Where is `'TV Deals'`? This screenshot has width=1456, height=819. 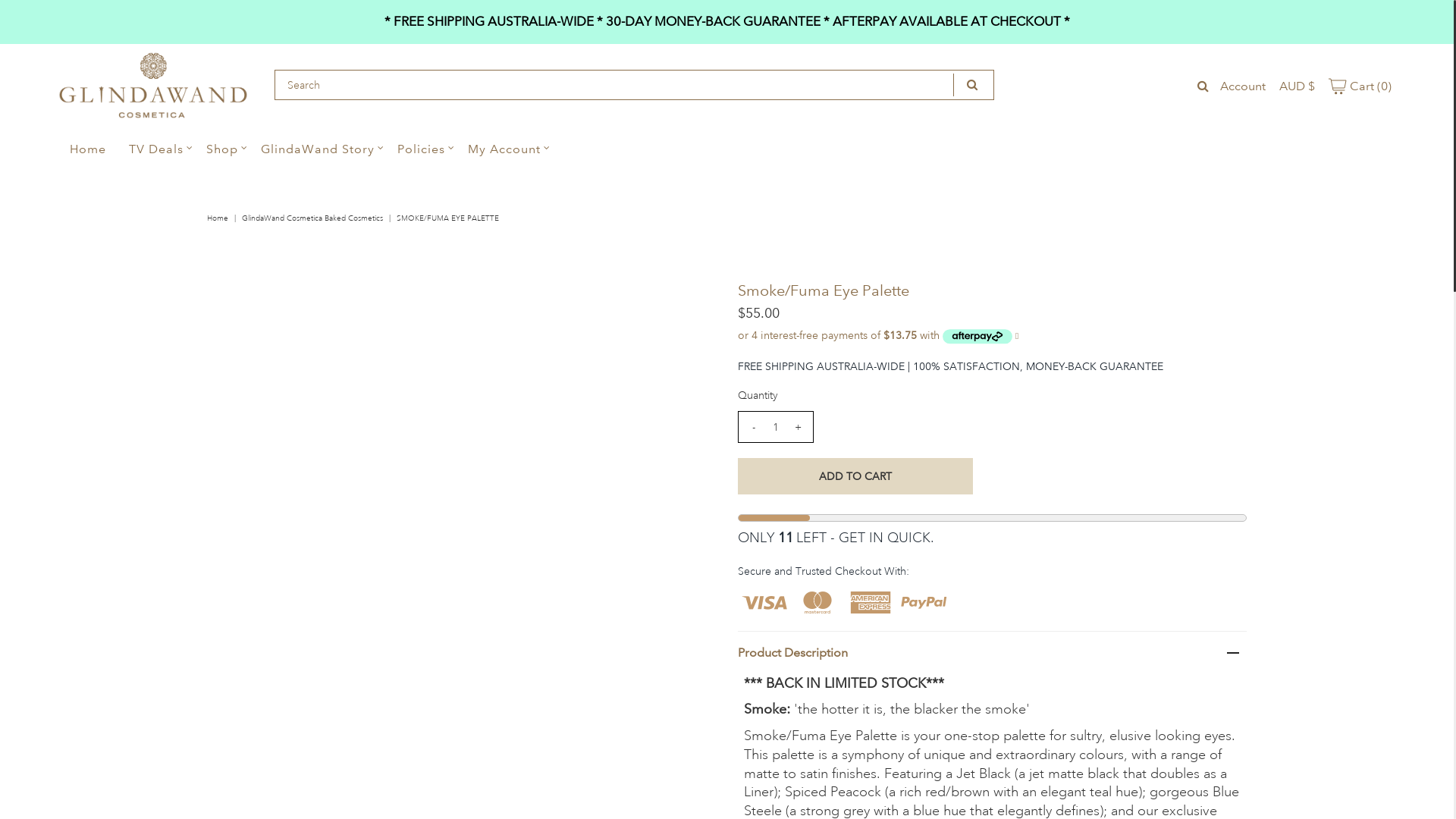 'TV Deals' is located at coordinates (156, 149).